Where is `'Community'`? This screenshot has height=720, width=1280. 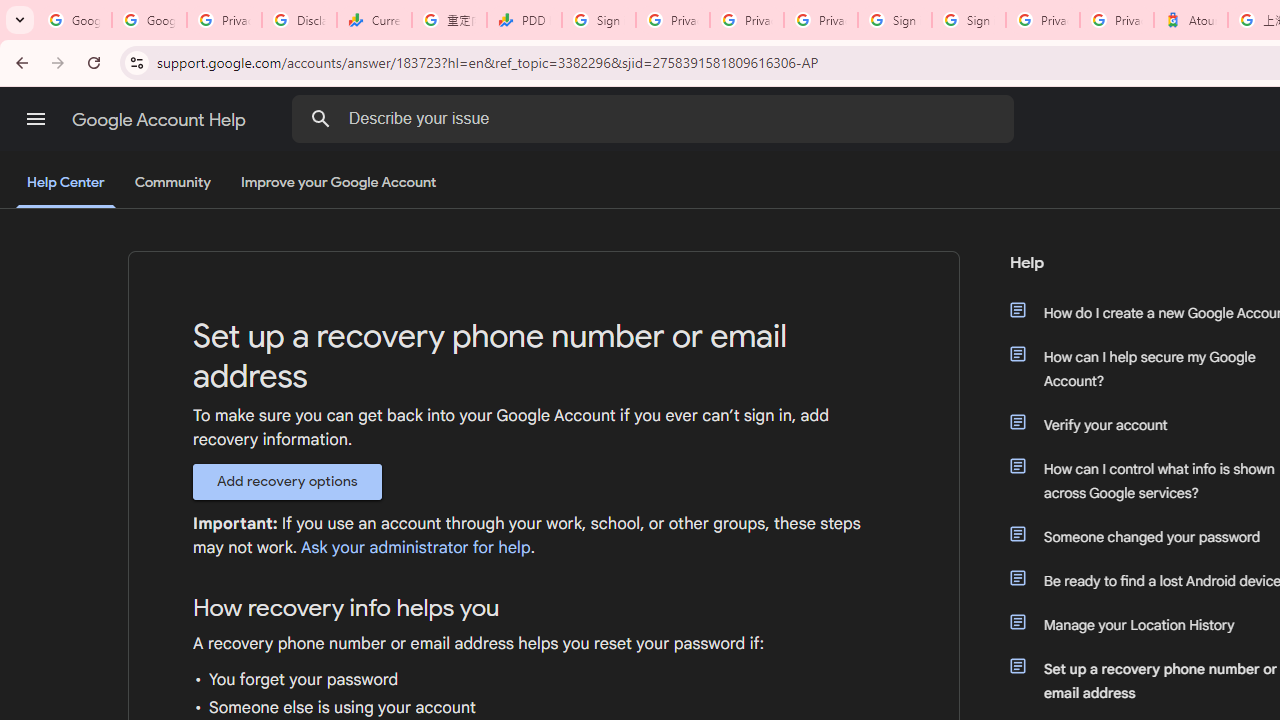
'Community' is located at coordinates (172, 183).